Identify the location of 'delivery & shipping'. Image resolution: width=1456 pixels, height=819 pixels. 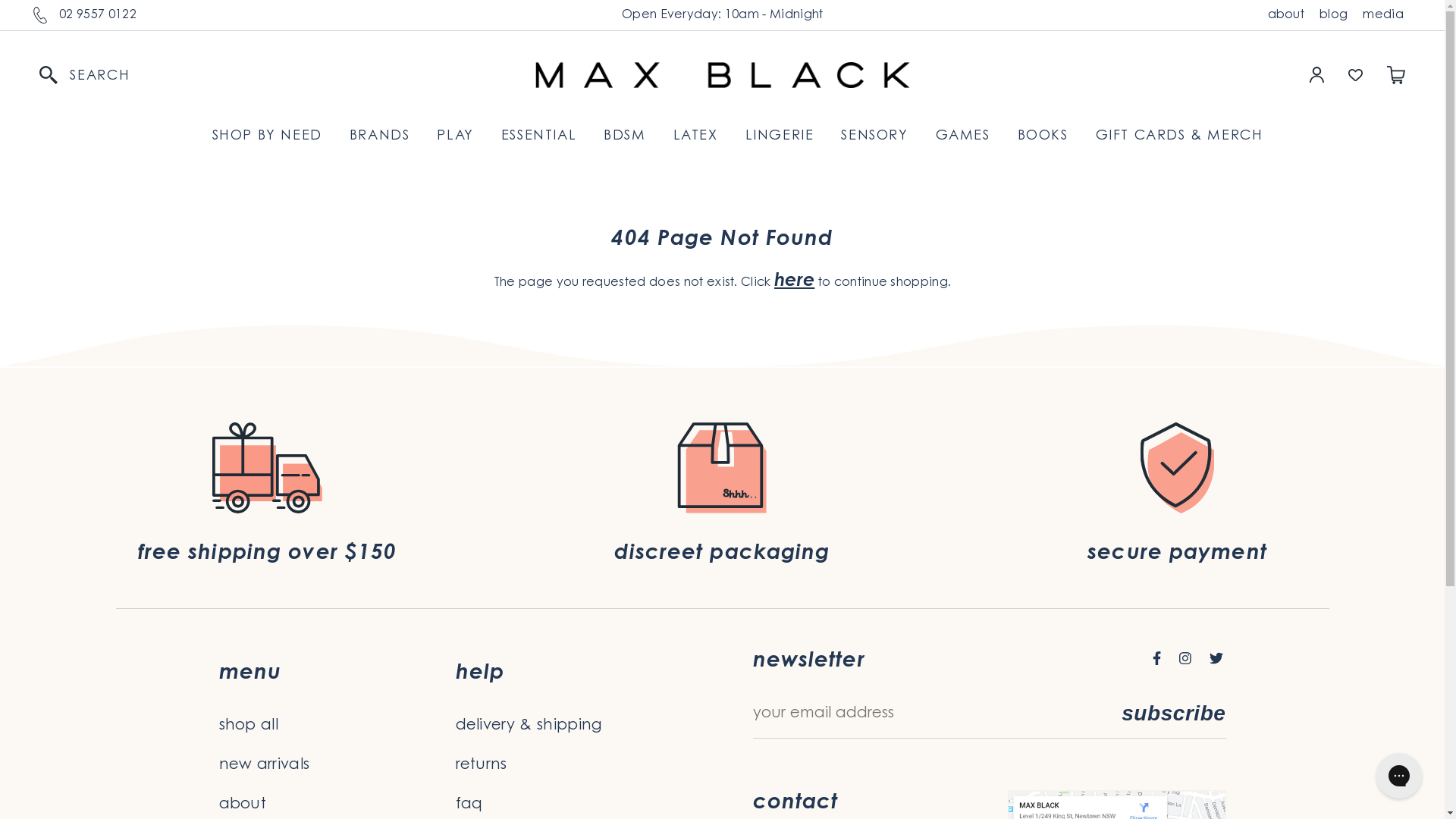
(572, 724).